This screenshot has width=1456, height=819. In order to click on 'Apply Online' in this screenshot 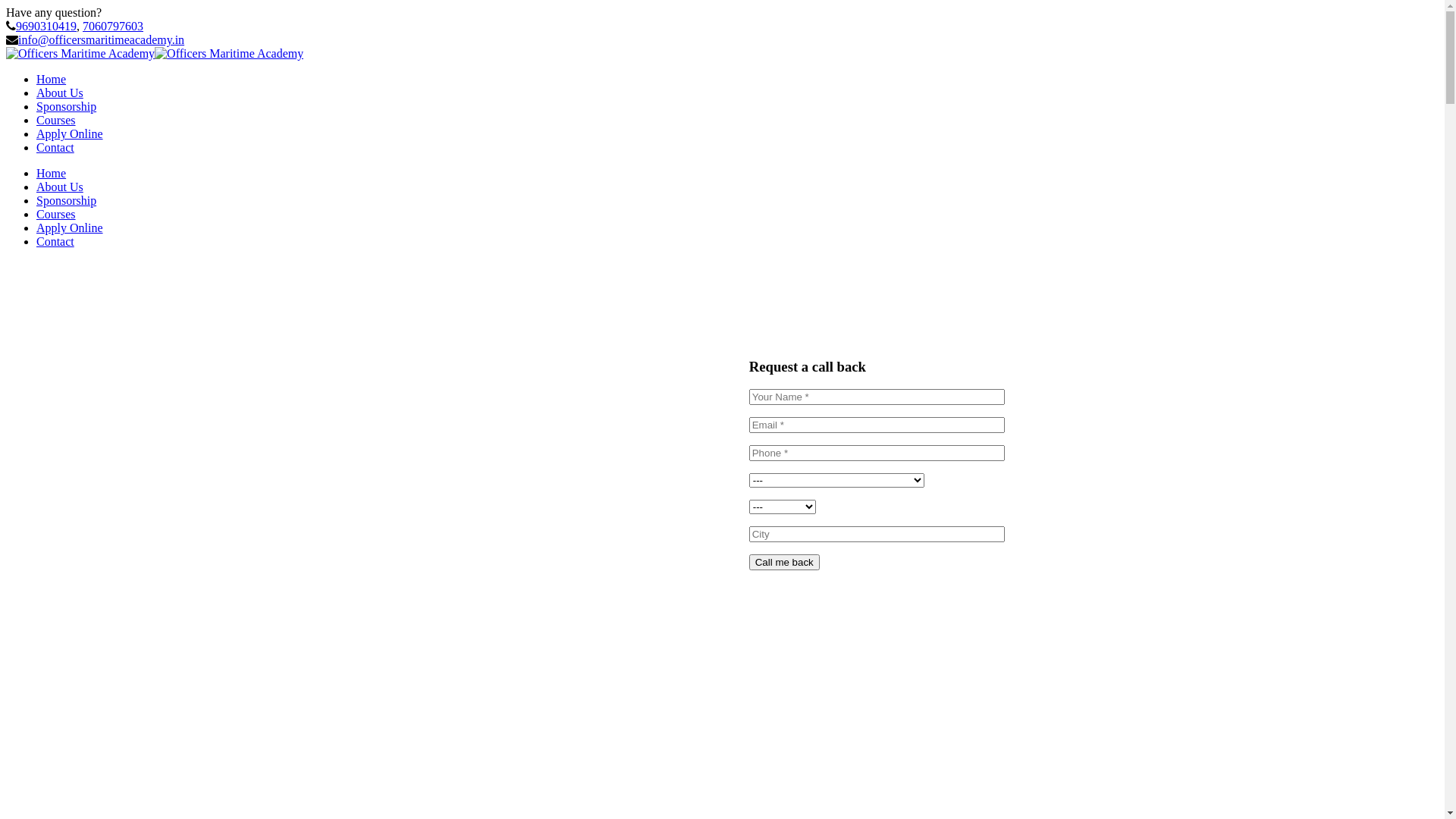, I will do `click(36, 227)`.